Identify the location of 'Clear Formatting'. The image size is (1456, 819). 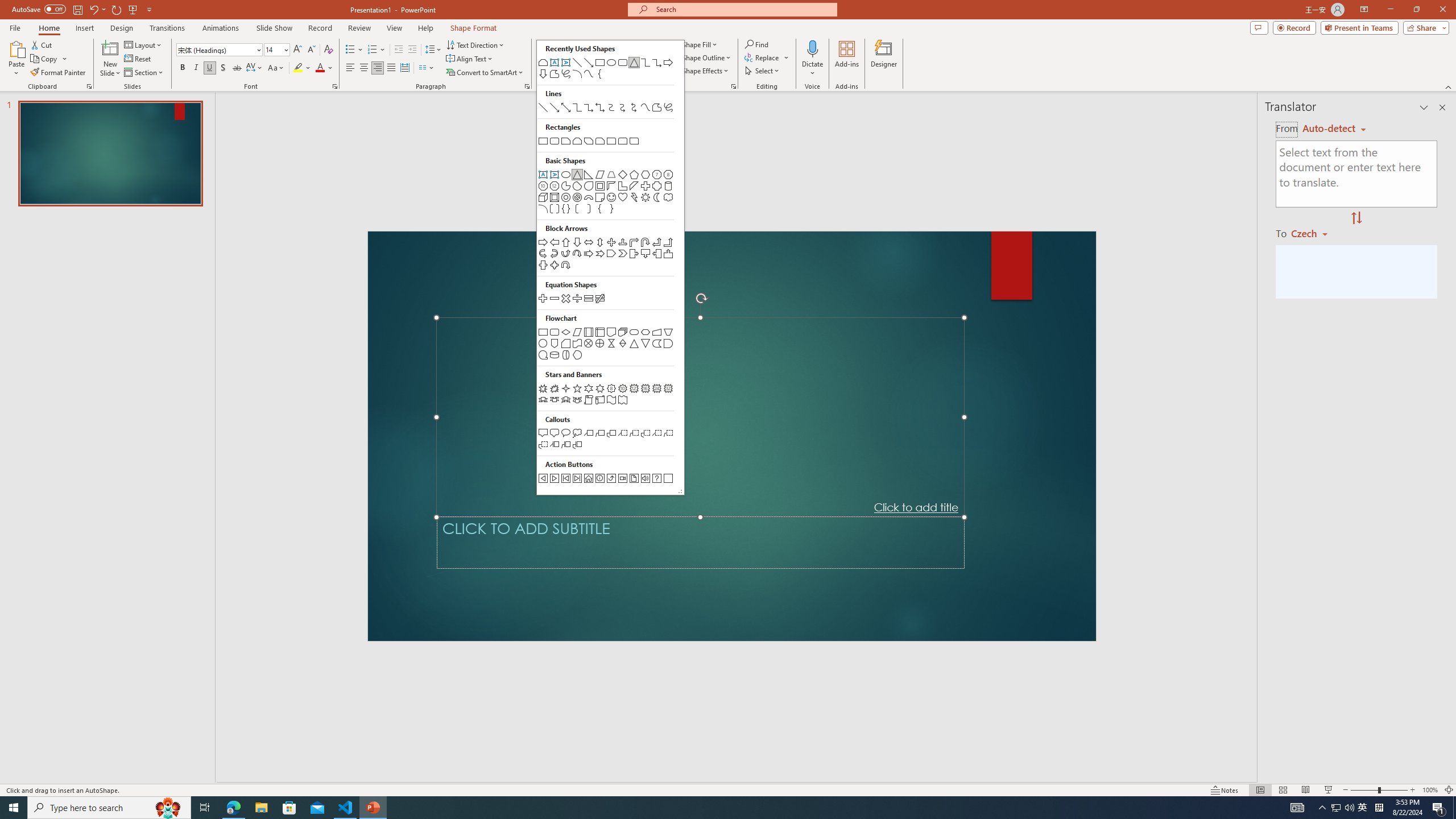
(328, 49).